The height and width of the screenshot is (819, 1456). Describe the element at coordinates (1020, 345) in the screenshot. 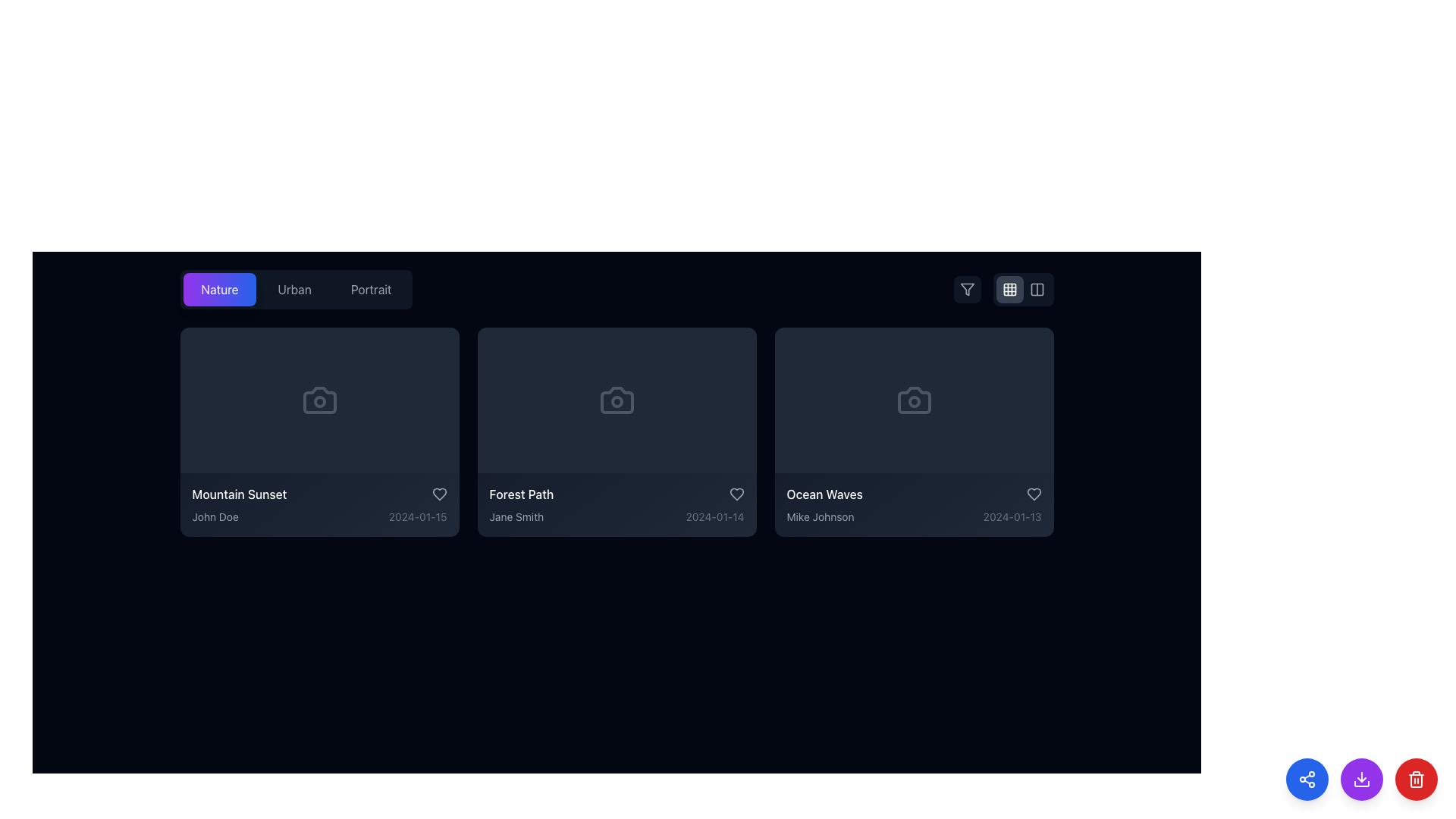

I see `the interactive button-like element located in the top-right corner of the 'Ocean Waves' card, which is the third card in a horizontal row of similar cards` at that location.